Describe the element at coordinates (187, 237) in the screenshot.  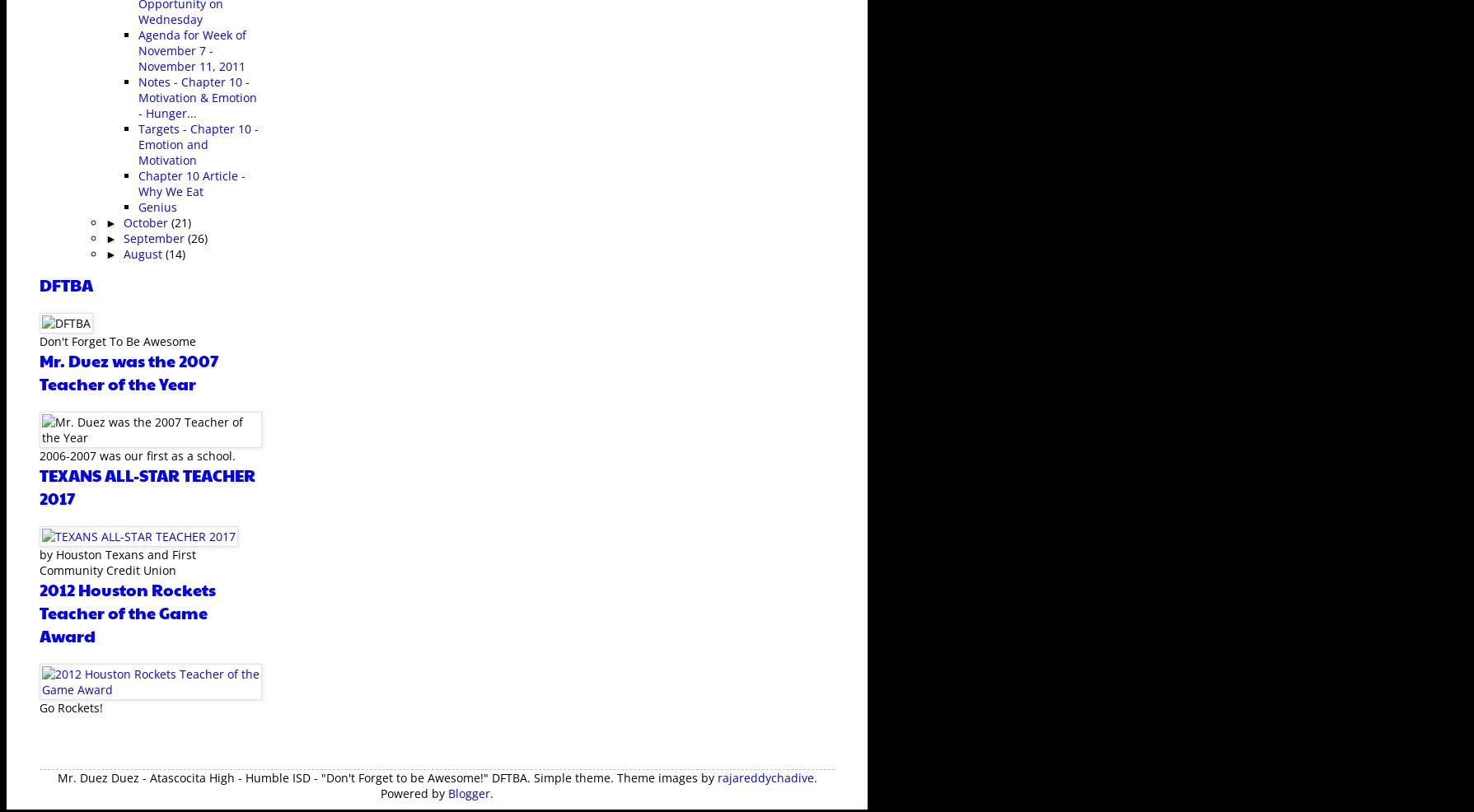
I see `'(26)'` at that location.